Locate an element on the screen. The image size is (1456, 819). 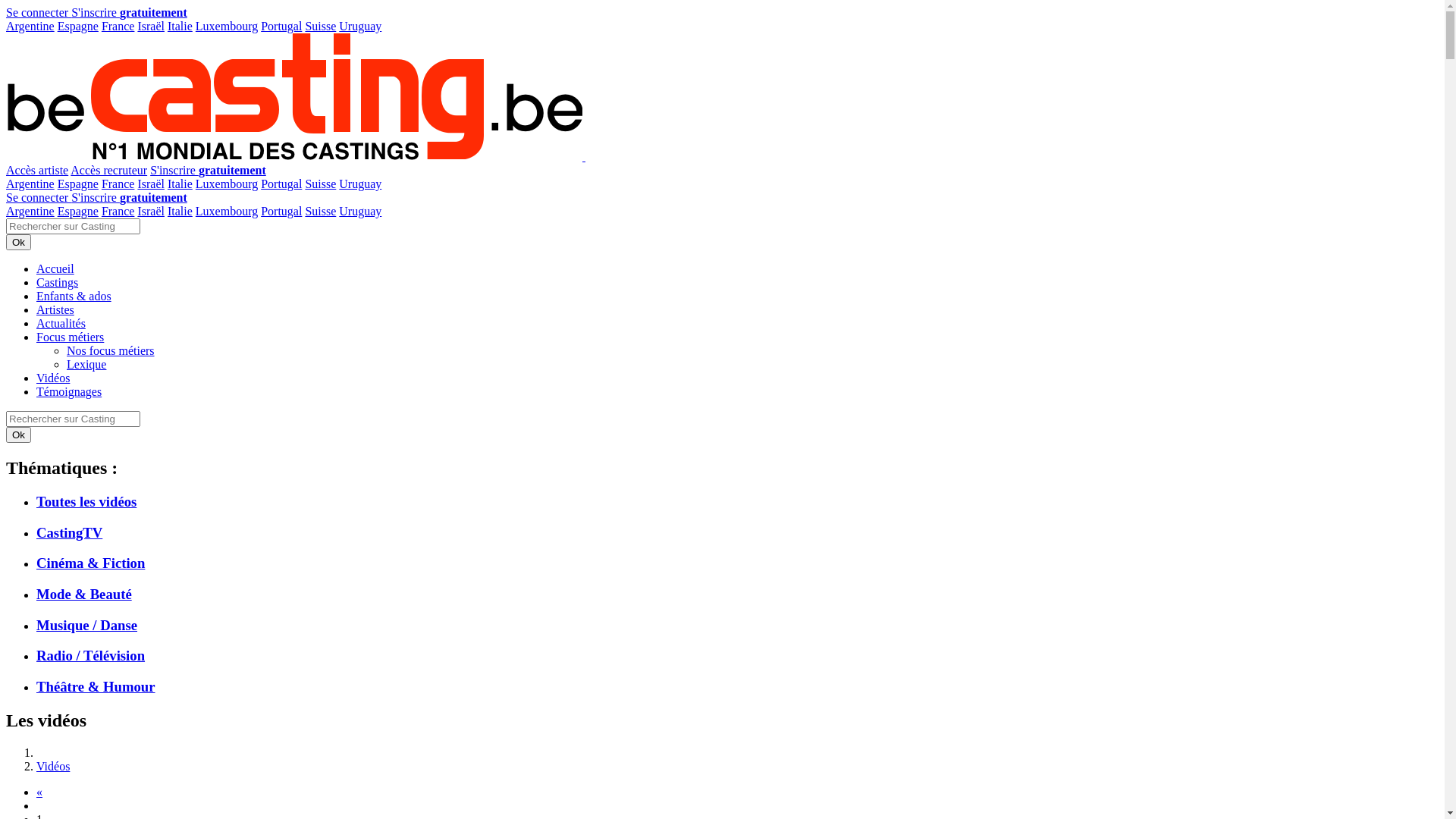
'Suisse' is located at coordinates (319, 26).